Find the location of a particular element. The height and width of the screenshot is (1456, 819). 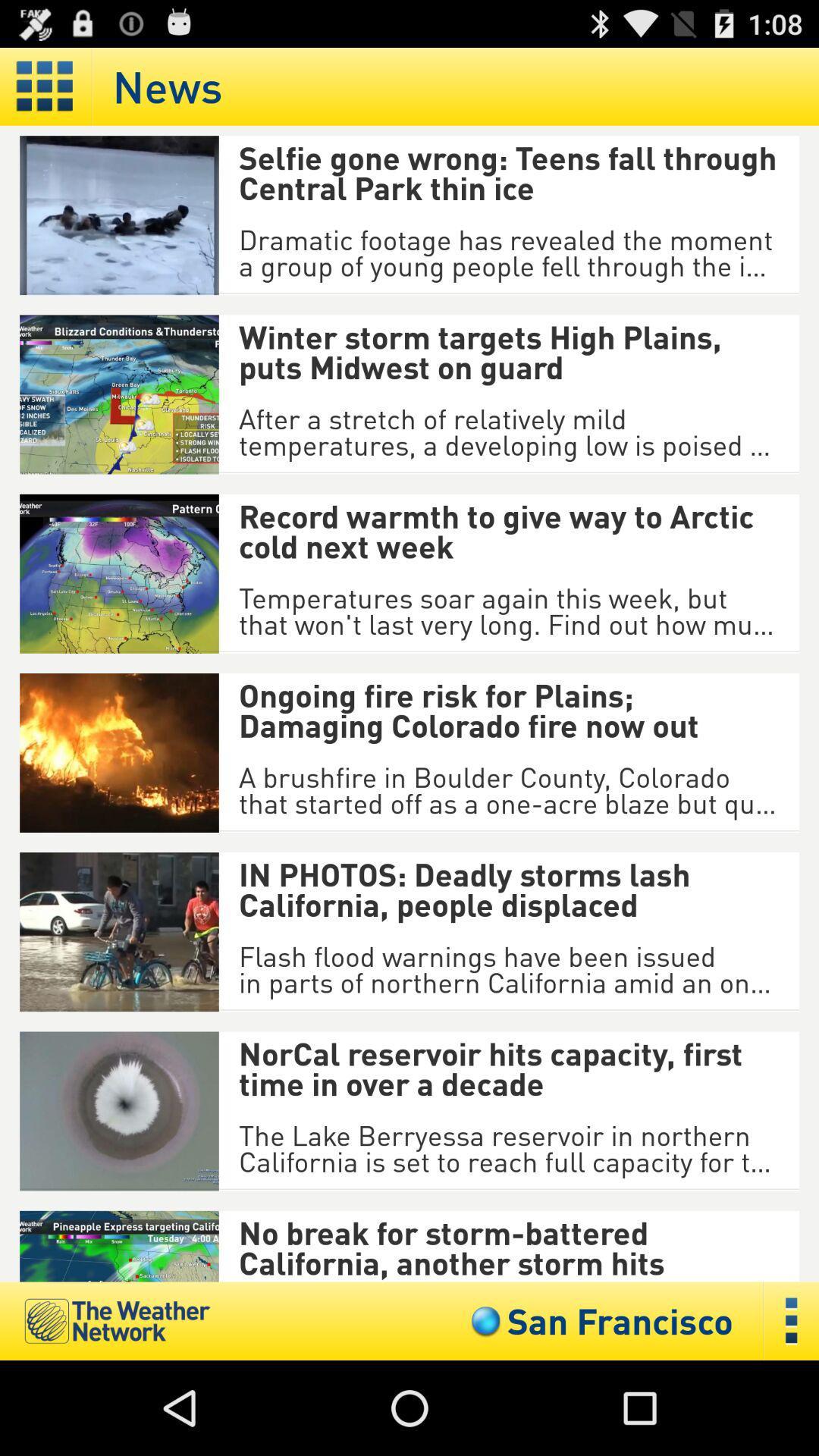

show tiles is located at coordinates (45, 86).